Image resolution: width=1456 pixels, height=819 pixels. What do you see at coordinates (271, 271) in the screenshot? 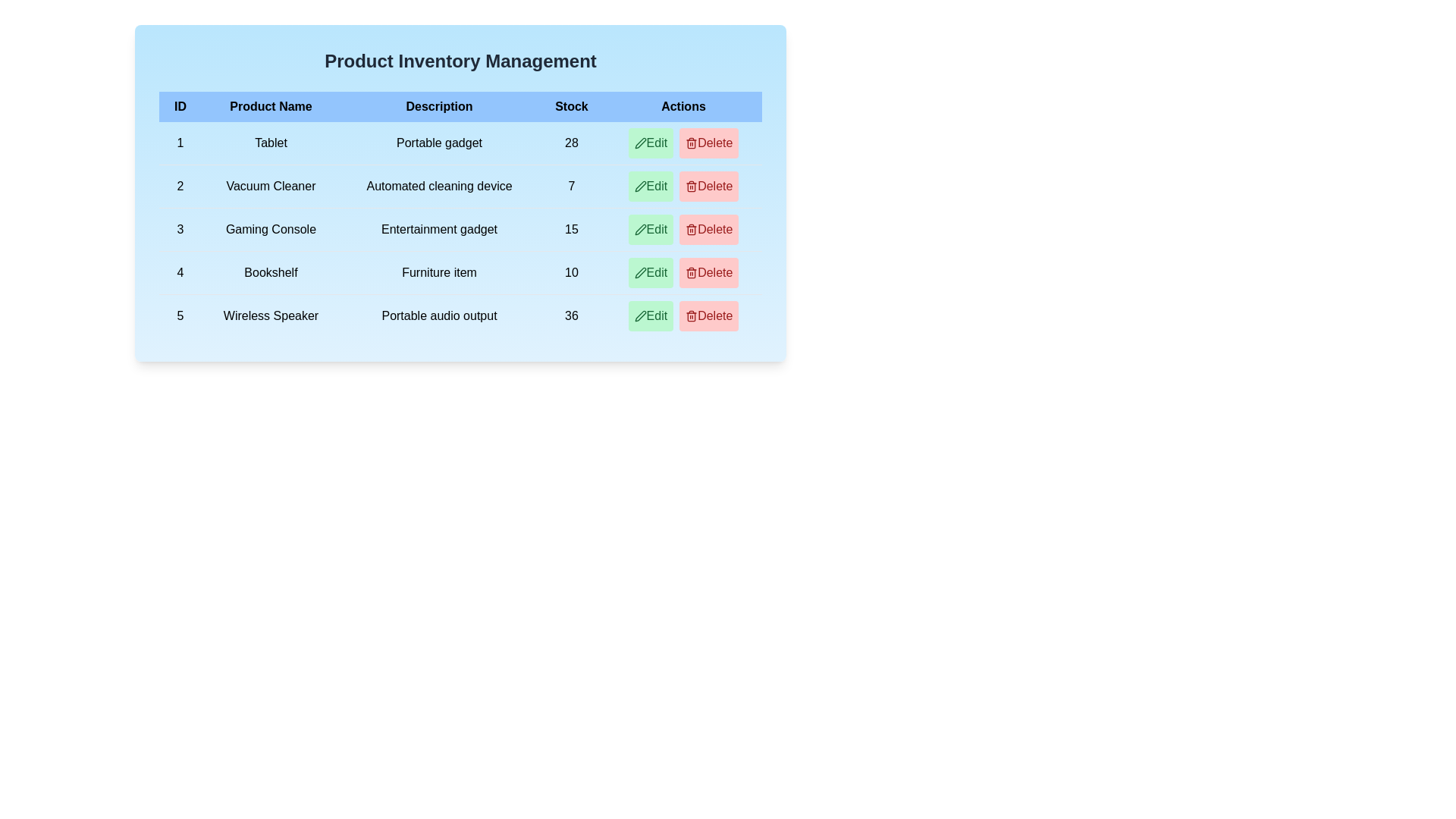
I see `the text label displaying the name of the product in the second column of the fourth row in the product table, positioned between the 'ID' column value '4' and the 'Description' column value 'Furniture item'` at bounding box center [271, 271].